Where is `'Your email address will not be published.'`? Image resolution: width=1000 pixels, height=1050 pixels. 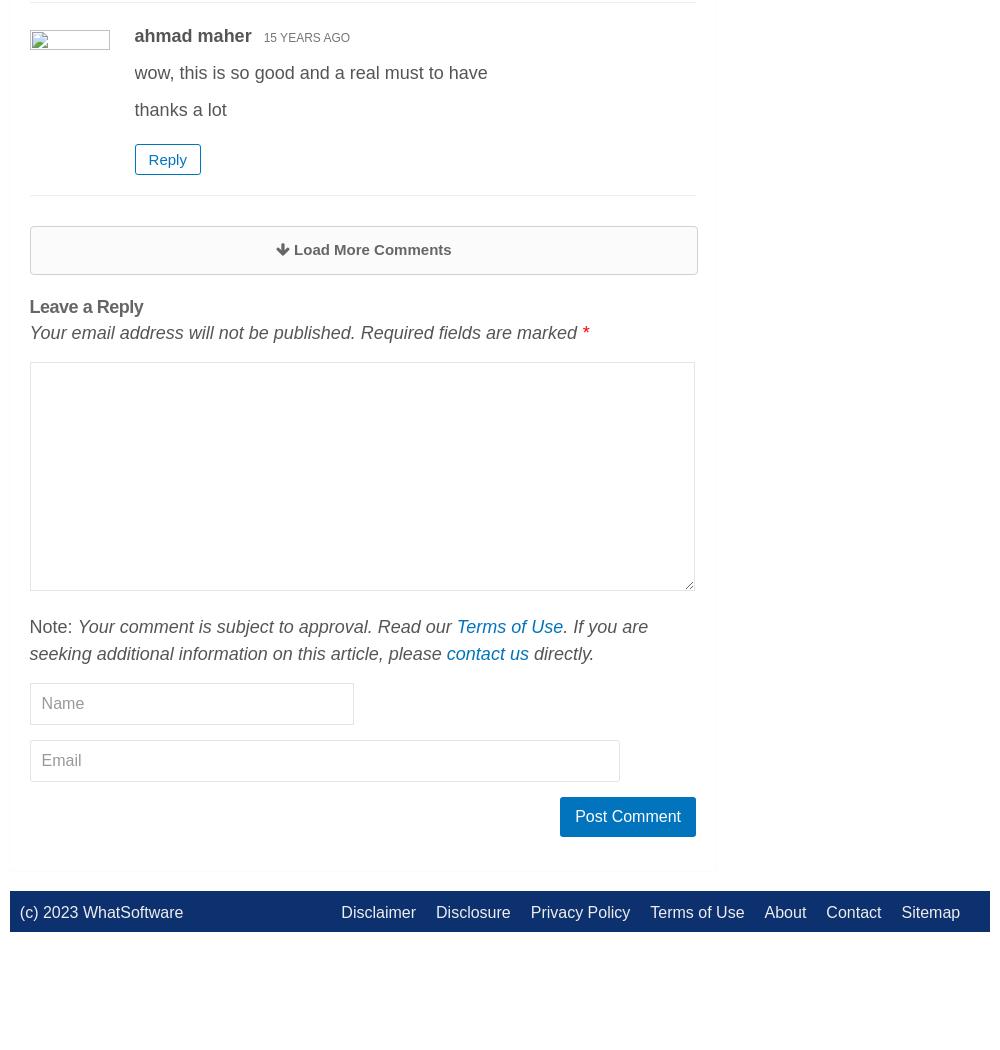
'Your email address will not be published.' is located at coordinates (191, 332).